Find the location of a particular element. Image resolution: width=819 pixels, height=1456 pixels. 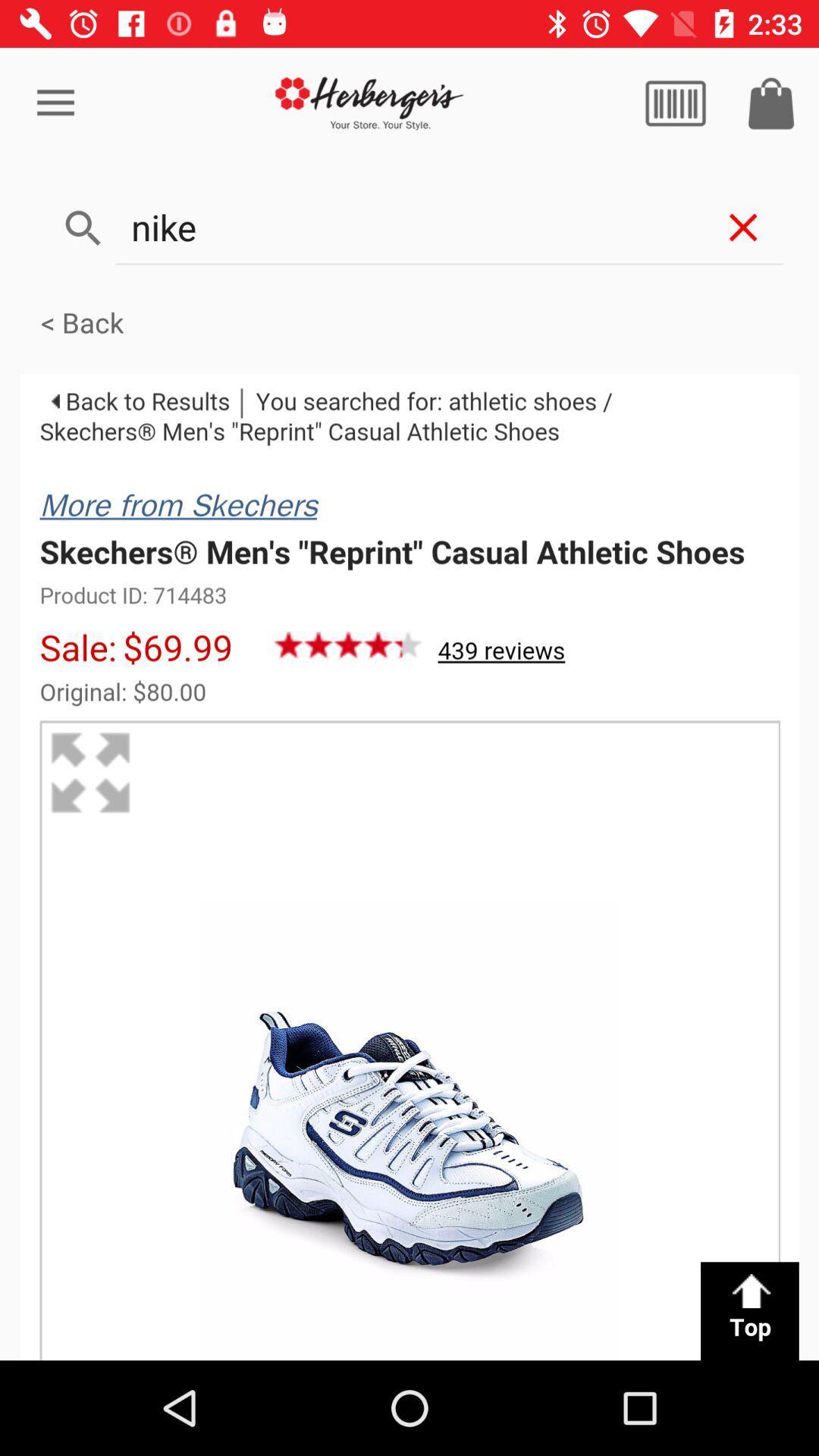

icon is located at coordinates (771, 102).